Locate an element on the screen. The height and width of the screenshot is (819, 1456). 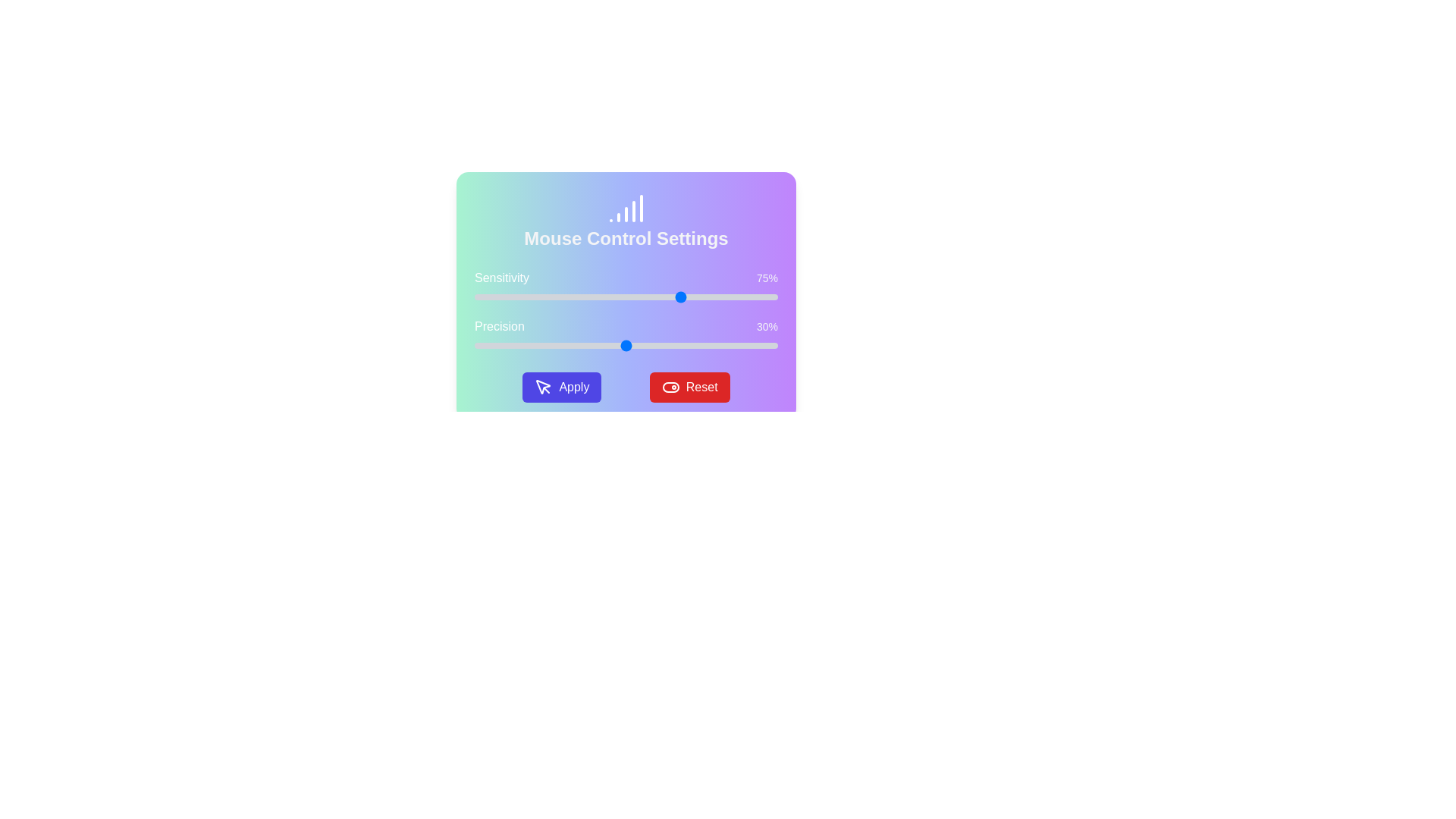
'Precision' label that displays '30%' on the right side, located centrally in the settings panel above the precision slider is located at coordinates (626, 326).